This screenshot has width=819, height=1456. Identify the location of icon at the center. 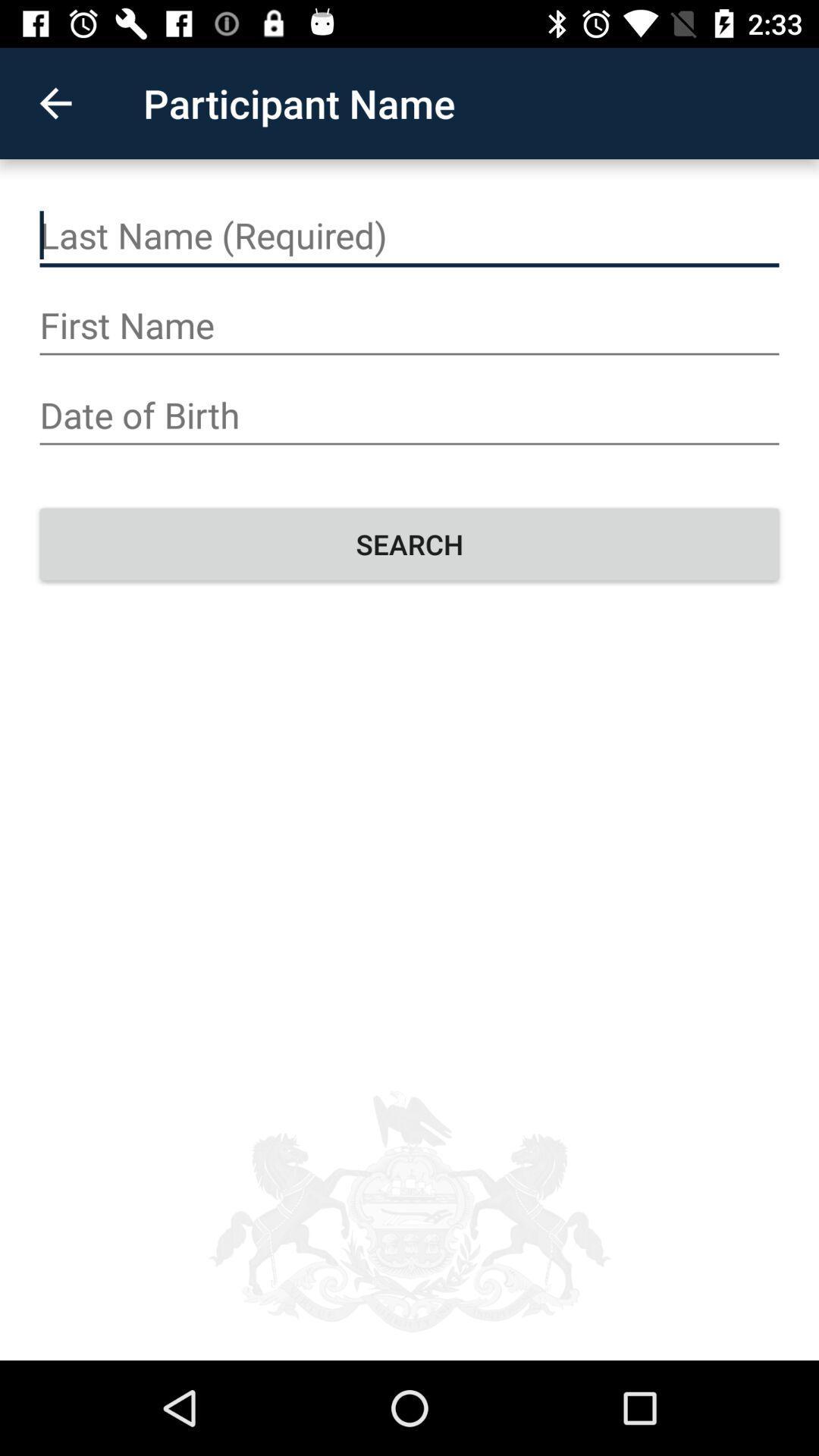
(409, 544).